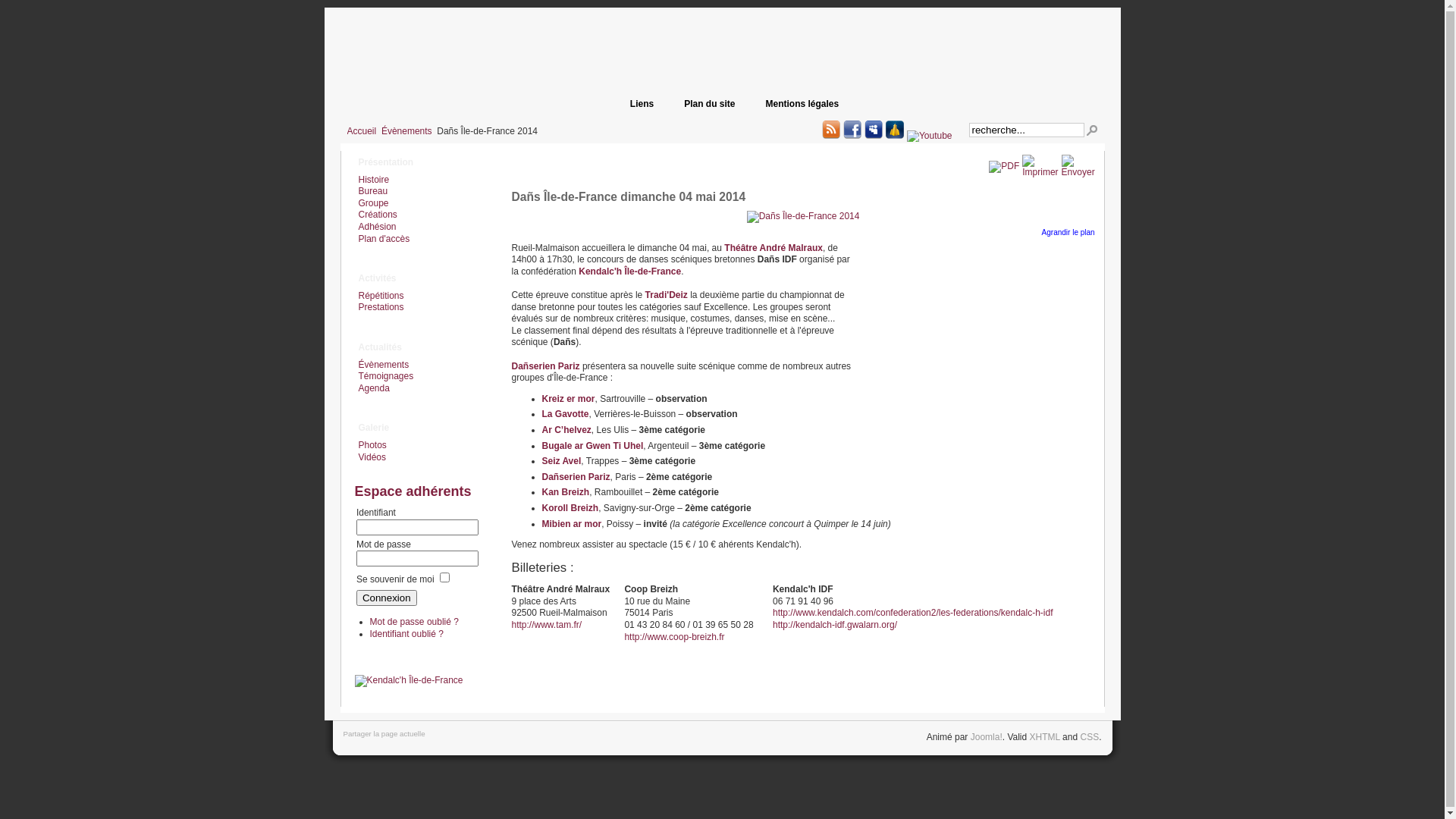 The width and height of the screenshot is (1456, 819). I want to click on 'Tradi'Deiz', so click(645, 295).